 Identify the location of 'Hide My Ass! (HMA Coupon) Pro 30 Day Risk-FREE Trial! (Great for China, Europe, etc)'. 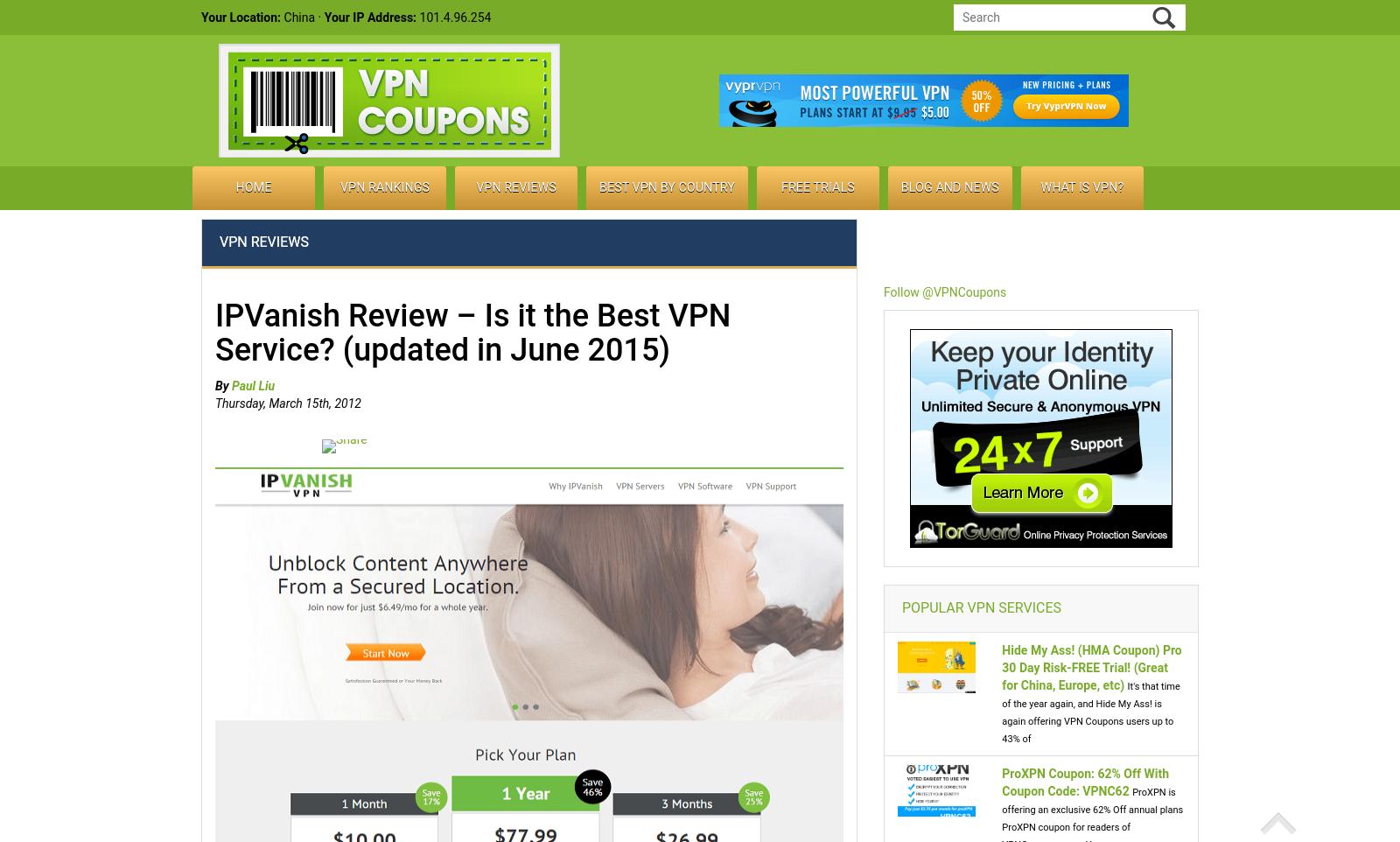
(1090, 667).